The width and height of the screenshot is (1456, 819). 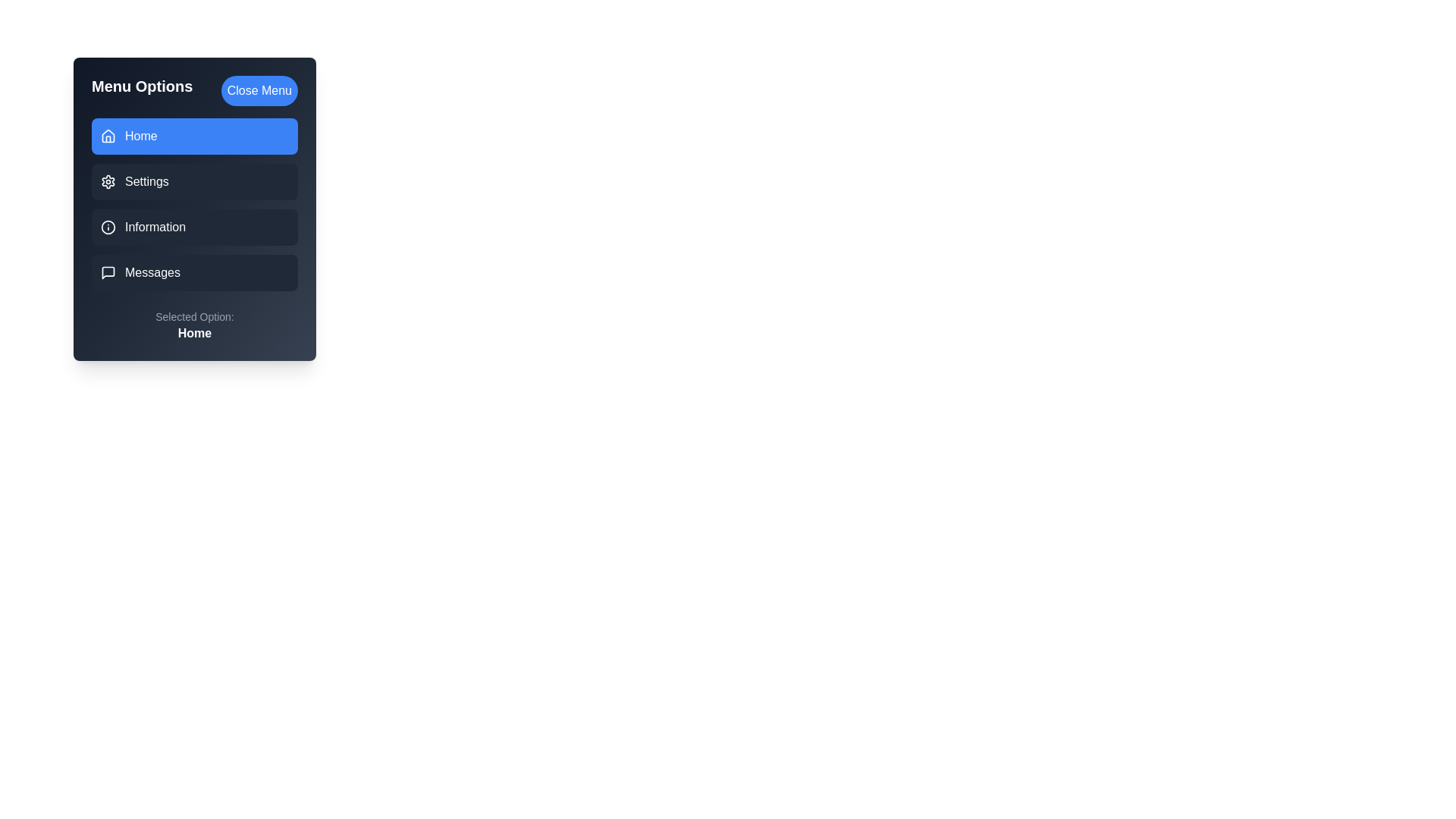 What do you see at coordinates (194, 271) in the screenshot?
I see `the 'Messages' menu option, which is the fourth item in the vertical list of selectable menu items under 'Menu Options'` at bounding box center [194, 271].